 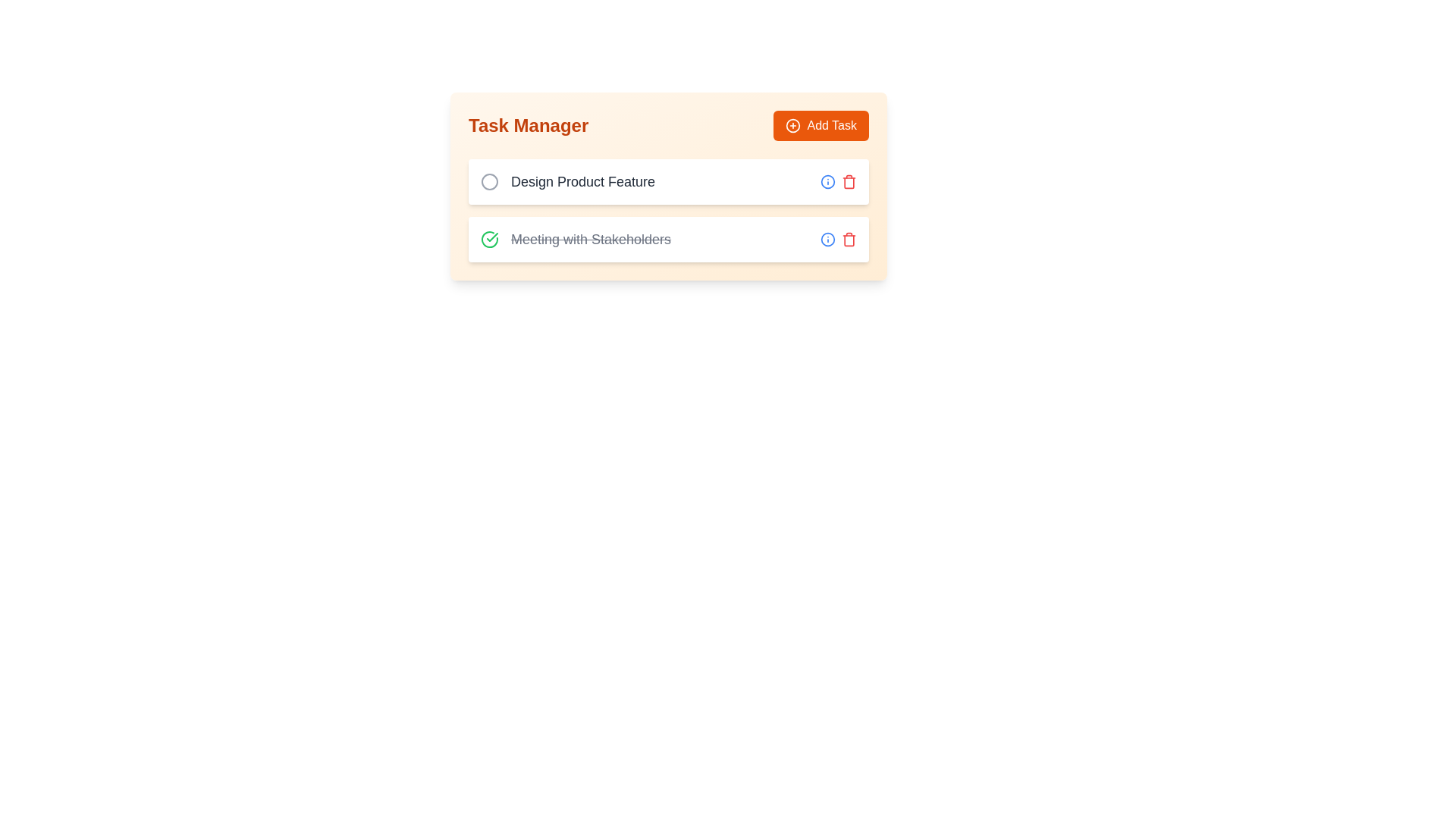 What do you see at coordinates (590, 239) in the screenshot?
I see `the text label displaying the name of the completed task, which is located in the second task entry of the vertical task list, positioned to the right of a green checkmark icon` at bounding box center [590, 239].